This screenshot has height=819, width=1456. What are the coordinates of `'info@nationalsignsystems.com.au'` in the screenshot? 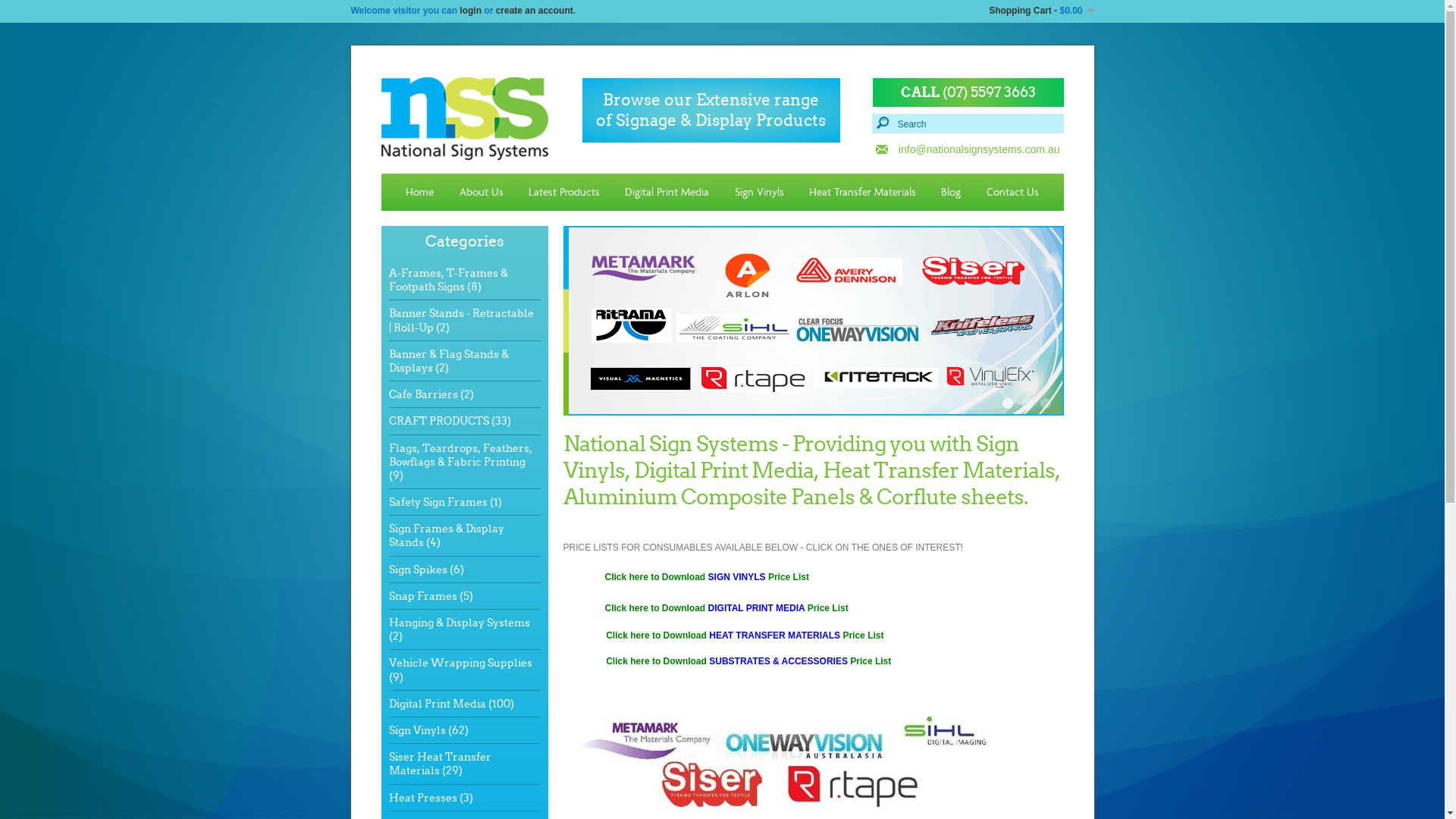 It's located at (967, 149).